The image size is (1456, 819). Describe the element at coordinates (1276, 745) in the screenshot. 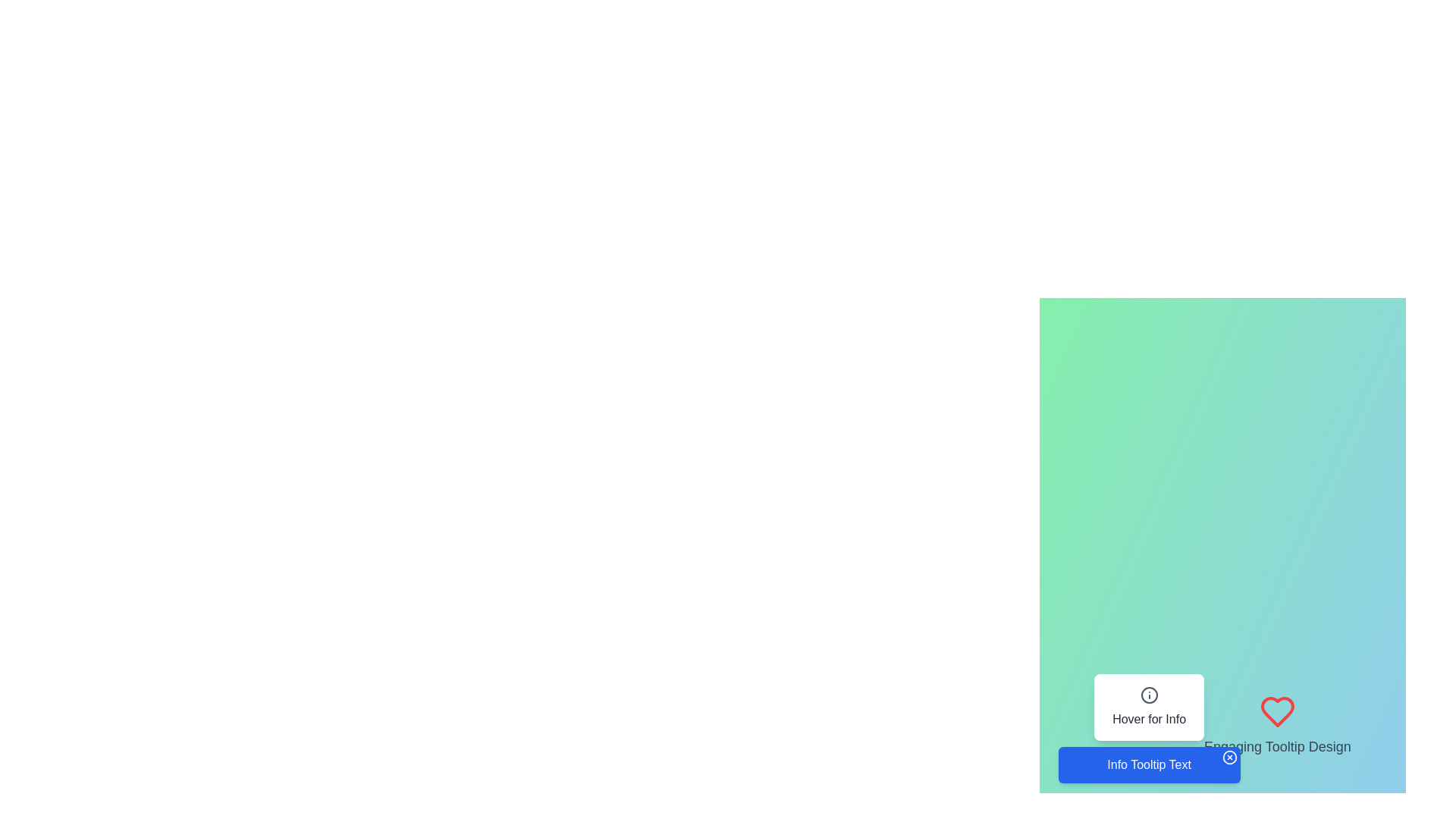

I see `the text label displaying 'Engaging Tooltip Design', which is styled in light gray and positioned beneath a heart icon in the bottom-right portion of the interface` at that location.